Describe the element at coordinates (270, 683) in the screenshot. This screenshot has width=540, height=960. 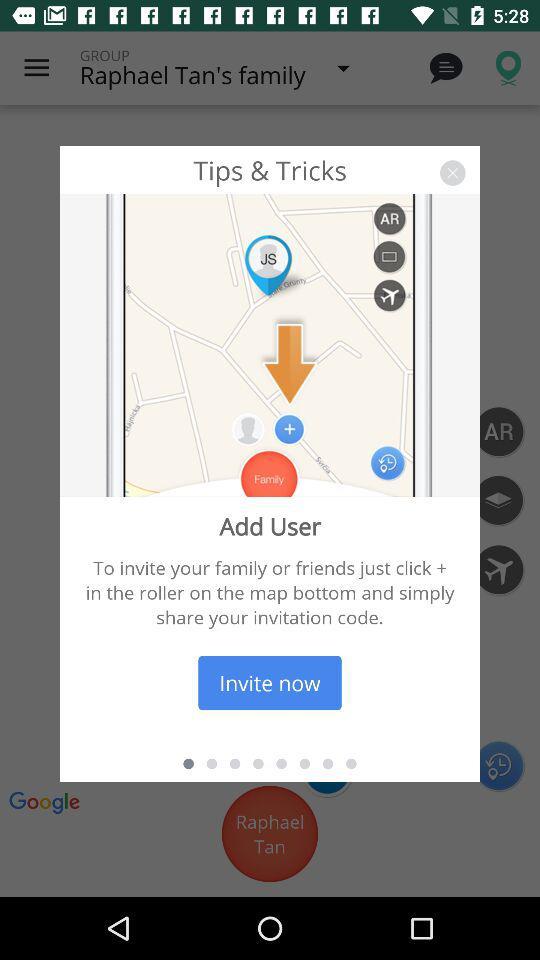
I see `icon below the to invite your item` at that location.